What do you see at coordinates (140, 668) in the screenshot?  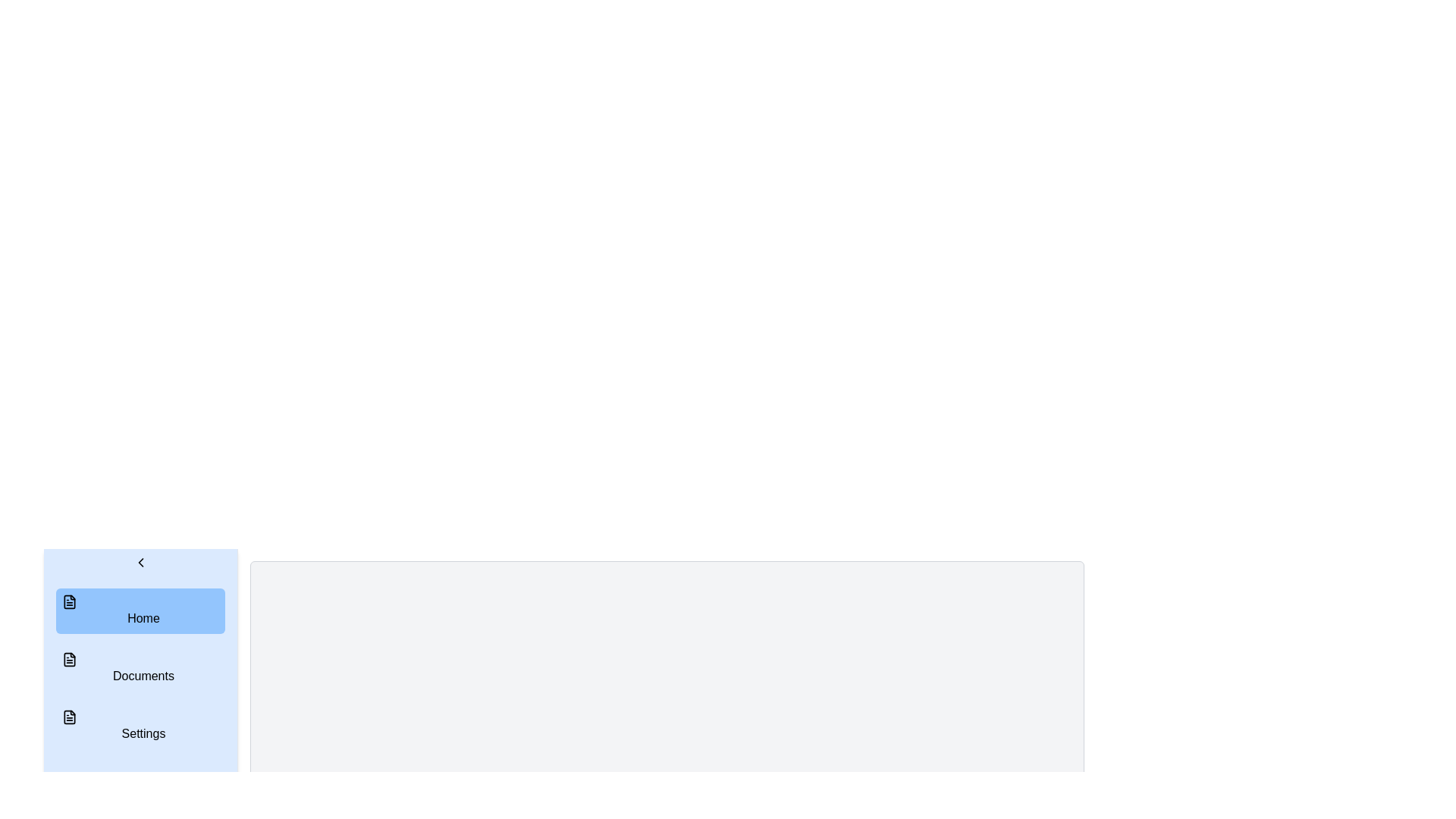 I see `the vertical list of navigational links with a light blue background` at bounding box center [140, 668].